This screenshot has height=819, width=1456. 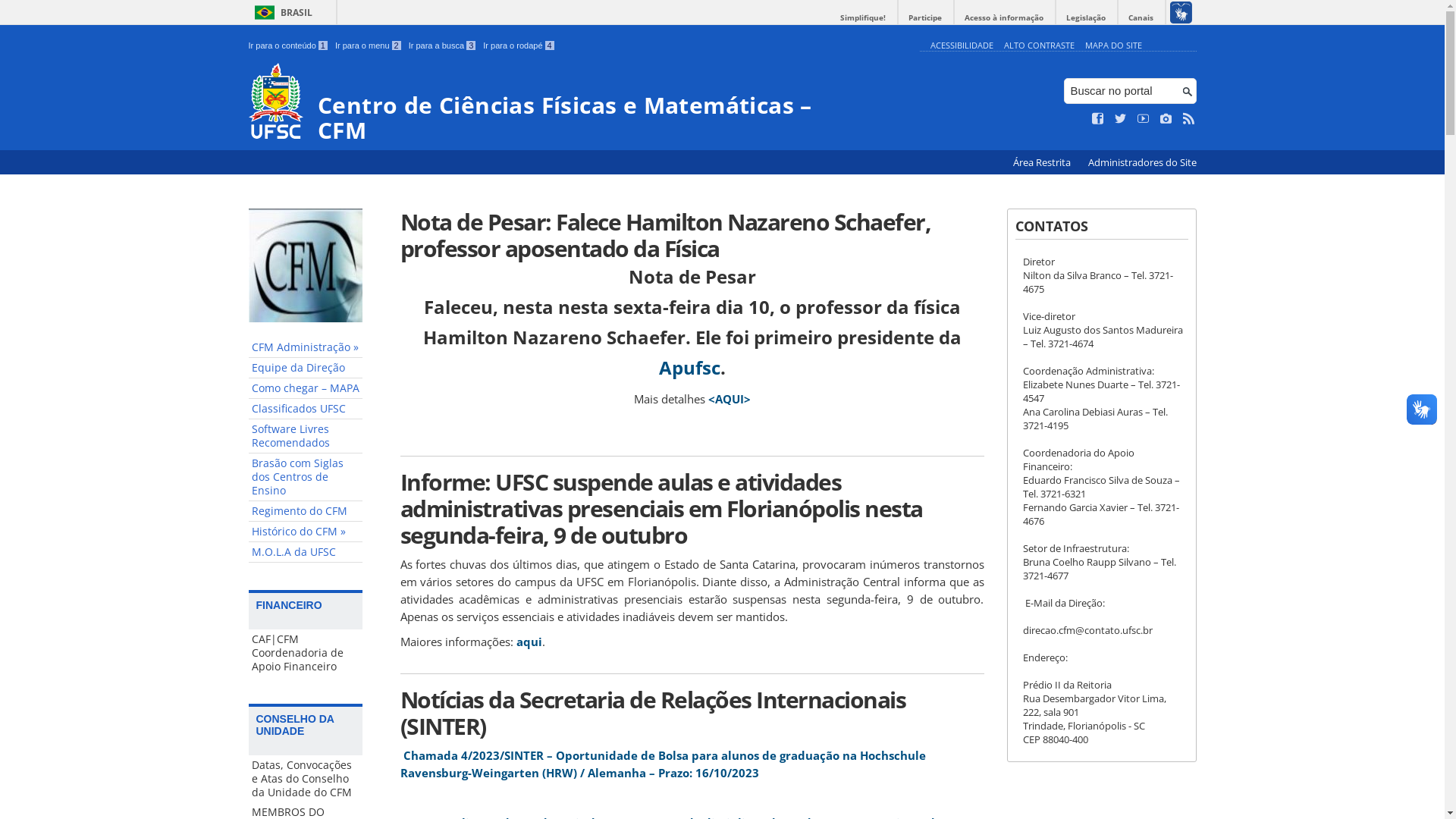 What do you see at coordinates (248, 12) in the screenshot?
I see `'BRASIL'` at bounding box center [248, 12].